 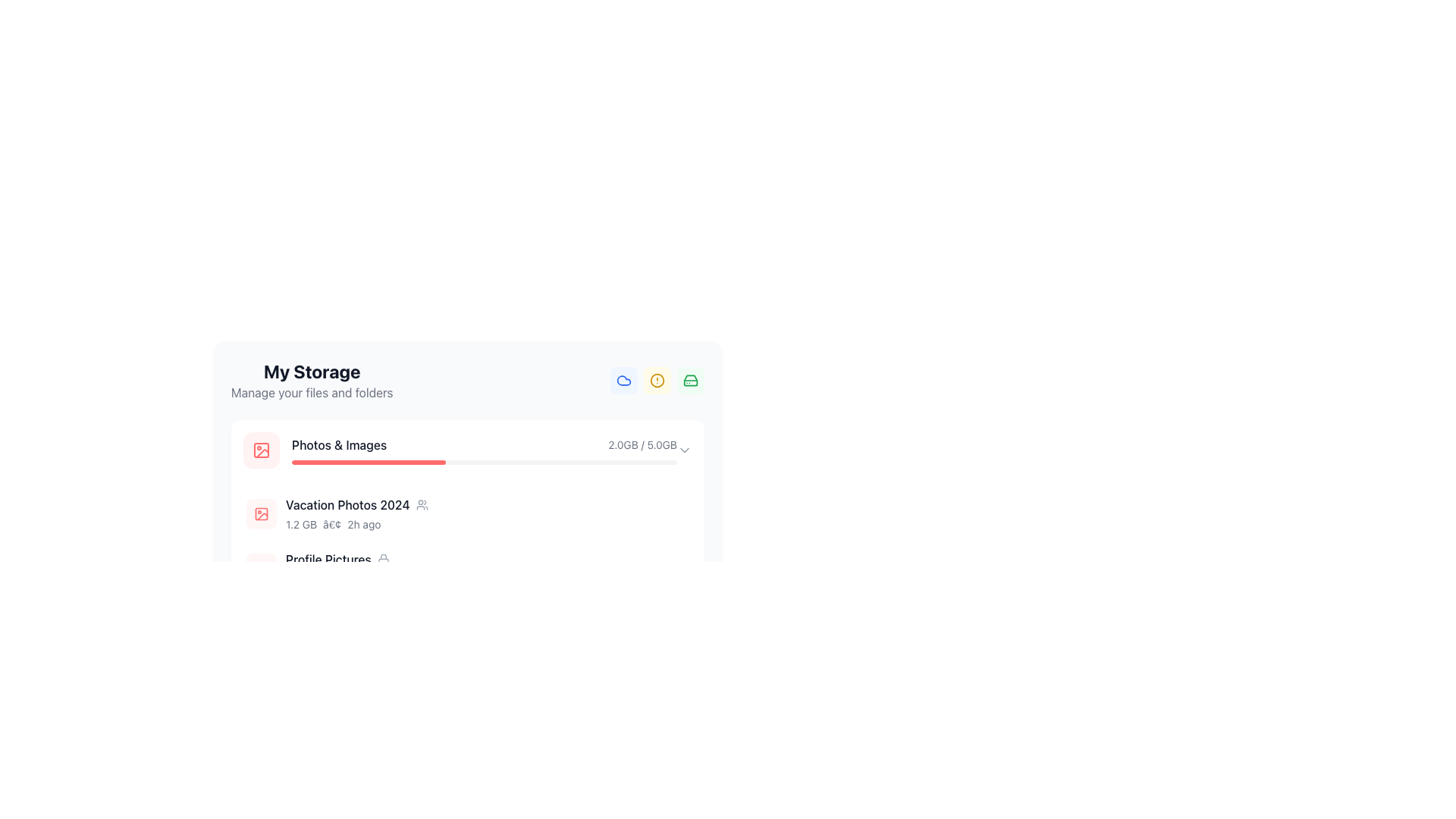 What do you see at coordinates (331, 523) in the screenshot?
I see `the visual separator bullet point located between '1.2 GB' and '2h ago' in the section under 'Vacation Photos 2024'` at bounding box center [331, 523].